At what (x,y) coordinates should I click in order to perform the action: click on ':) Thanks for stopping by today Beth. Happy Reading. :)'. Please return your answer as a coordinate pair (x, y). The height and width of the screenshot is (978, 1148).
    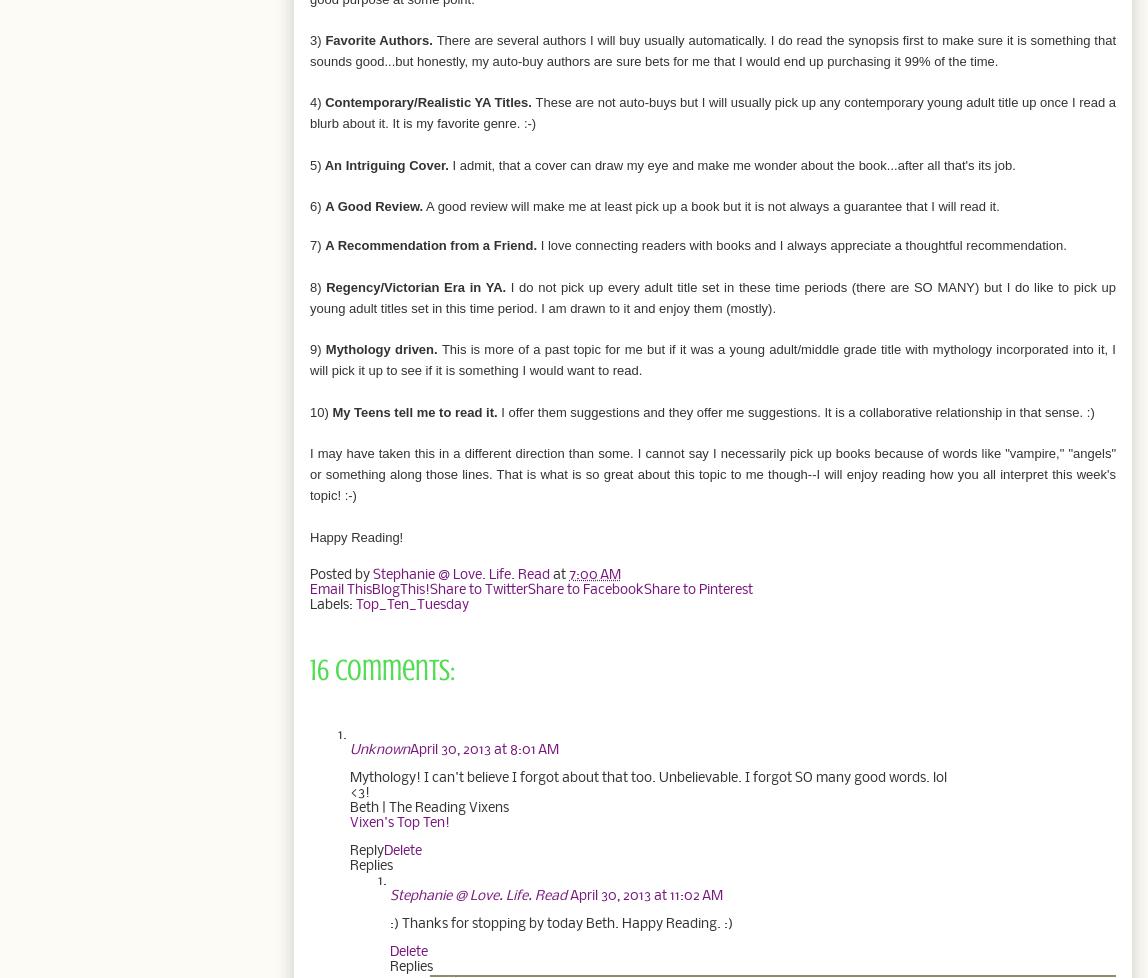
    Looking at the image, I should click on (389, 922).